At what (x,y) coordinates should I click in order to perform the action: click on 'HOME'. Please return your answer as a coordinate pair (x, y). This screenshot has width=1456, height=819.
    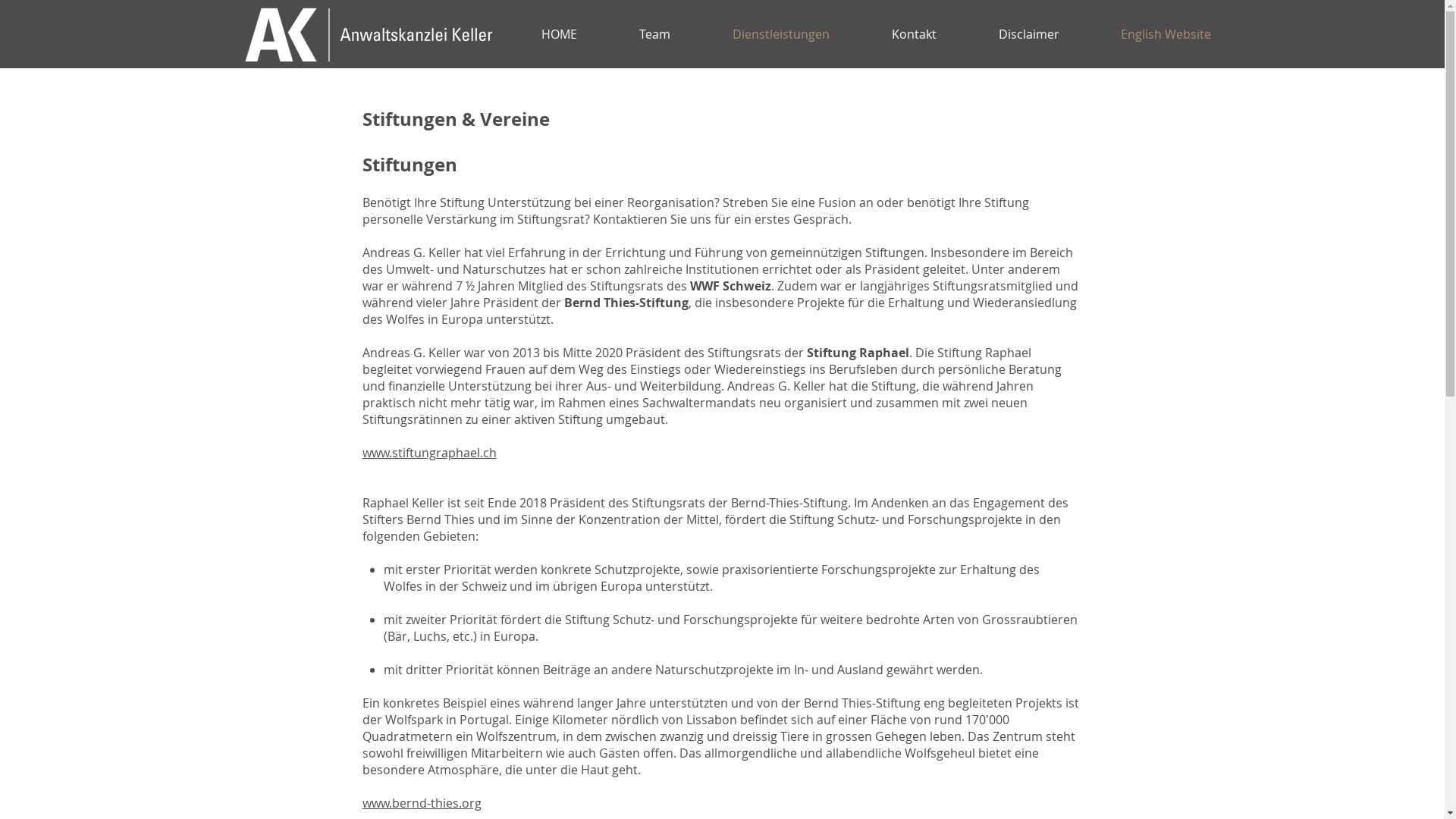
    Looking at the image, I should click on (510, 34).